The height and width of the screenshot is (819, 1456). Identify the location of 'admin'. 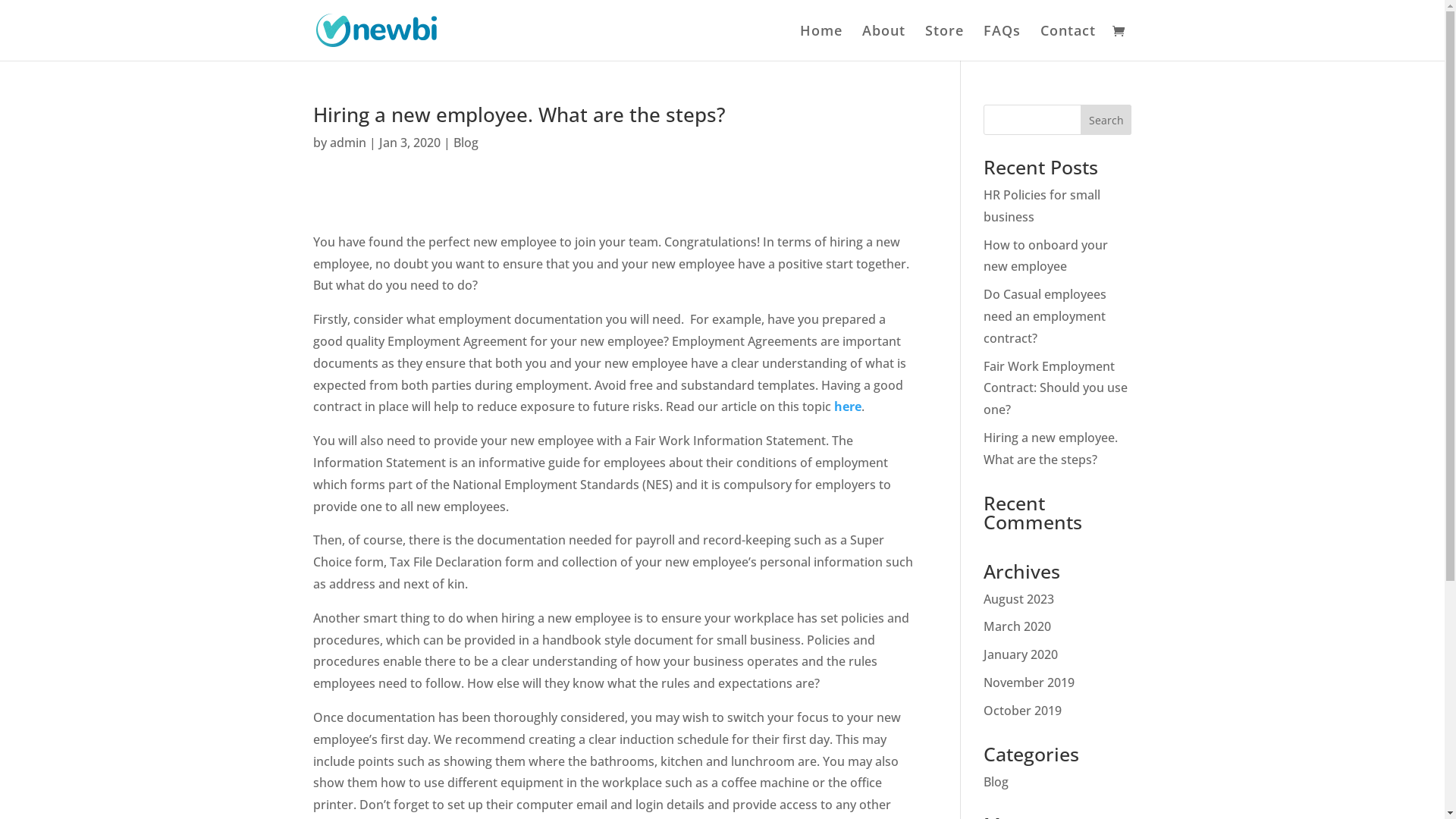
(346, 143).